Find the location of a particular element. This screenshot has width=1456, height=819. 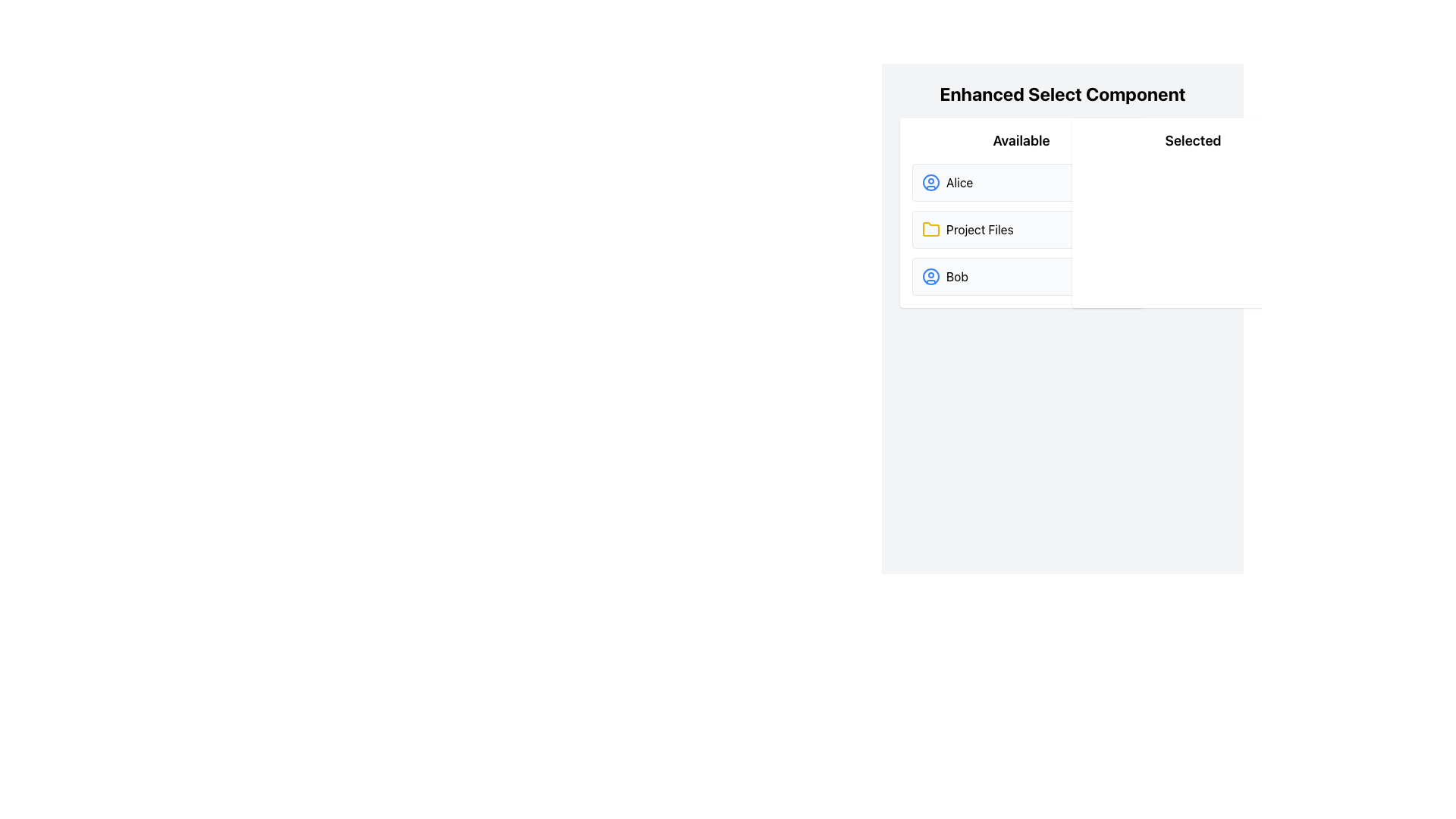

the circular blue user icon located at the left side of the list item labeled 'Bob' in the 'Enhanced Select Component' section is located at coordinates (930, 277).